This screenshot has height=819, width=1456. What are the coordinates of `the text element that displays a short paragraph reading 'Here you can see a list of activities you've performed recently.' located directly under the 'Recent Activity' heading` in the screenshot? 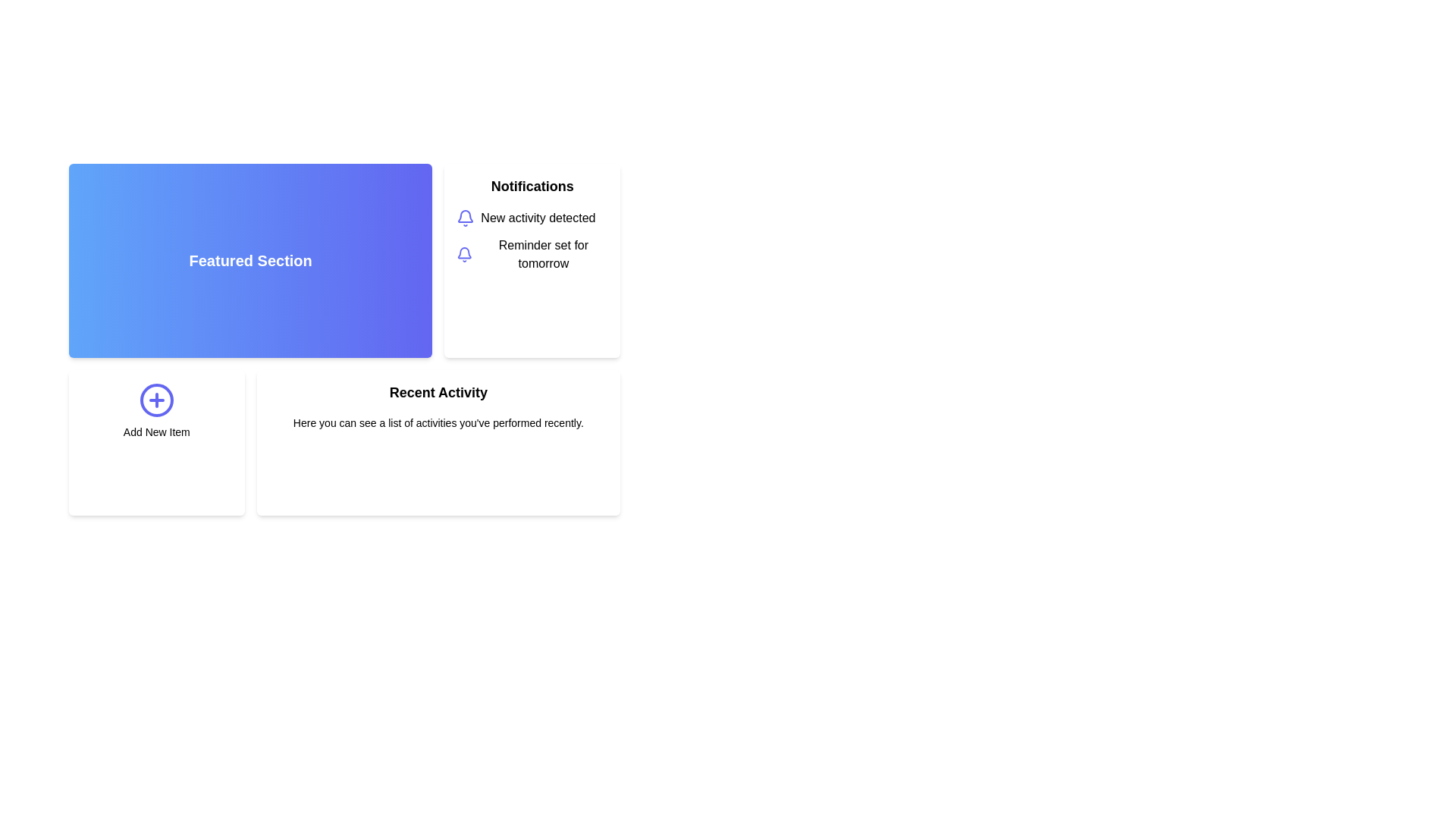 It's located at (438, 423).